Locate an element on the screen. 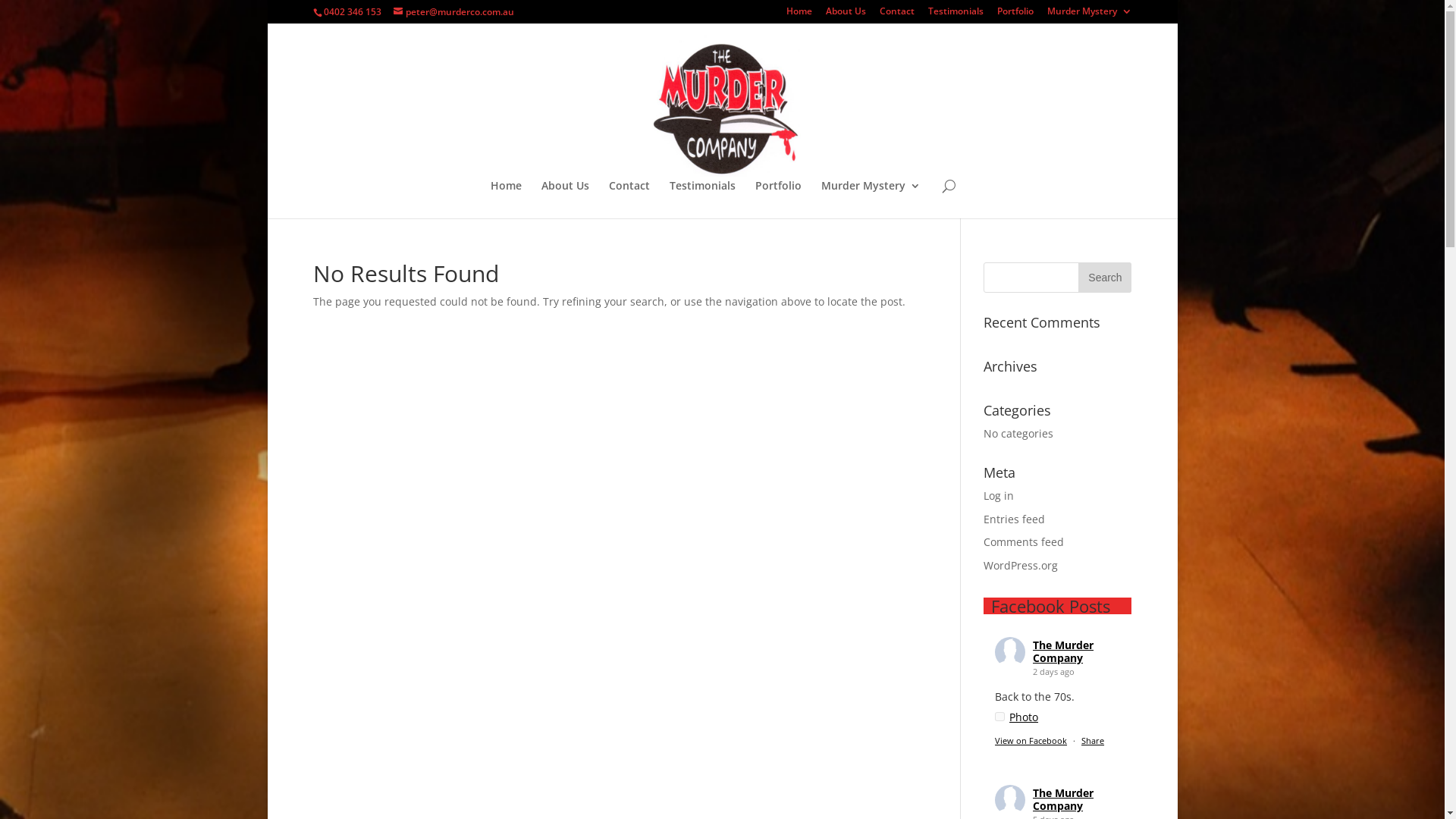  'Home' is located at coordinates (786, 14).